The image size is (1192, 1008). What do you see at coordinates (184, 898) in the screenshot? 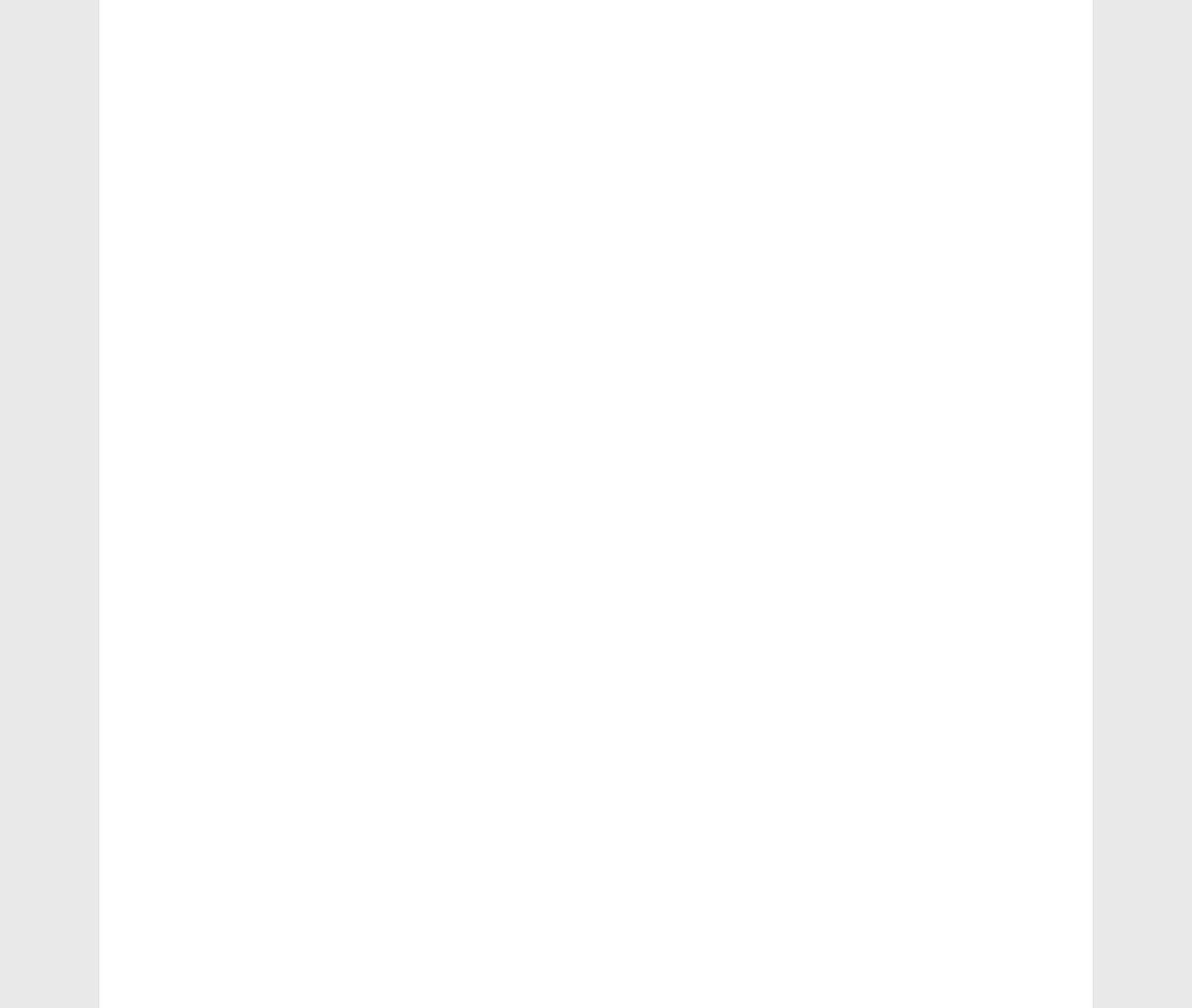
I see `'motivation'` at bounding box center [184, 898].